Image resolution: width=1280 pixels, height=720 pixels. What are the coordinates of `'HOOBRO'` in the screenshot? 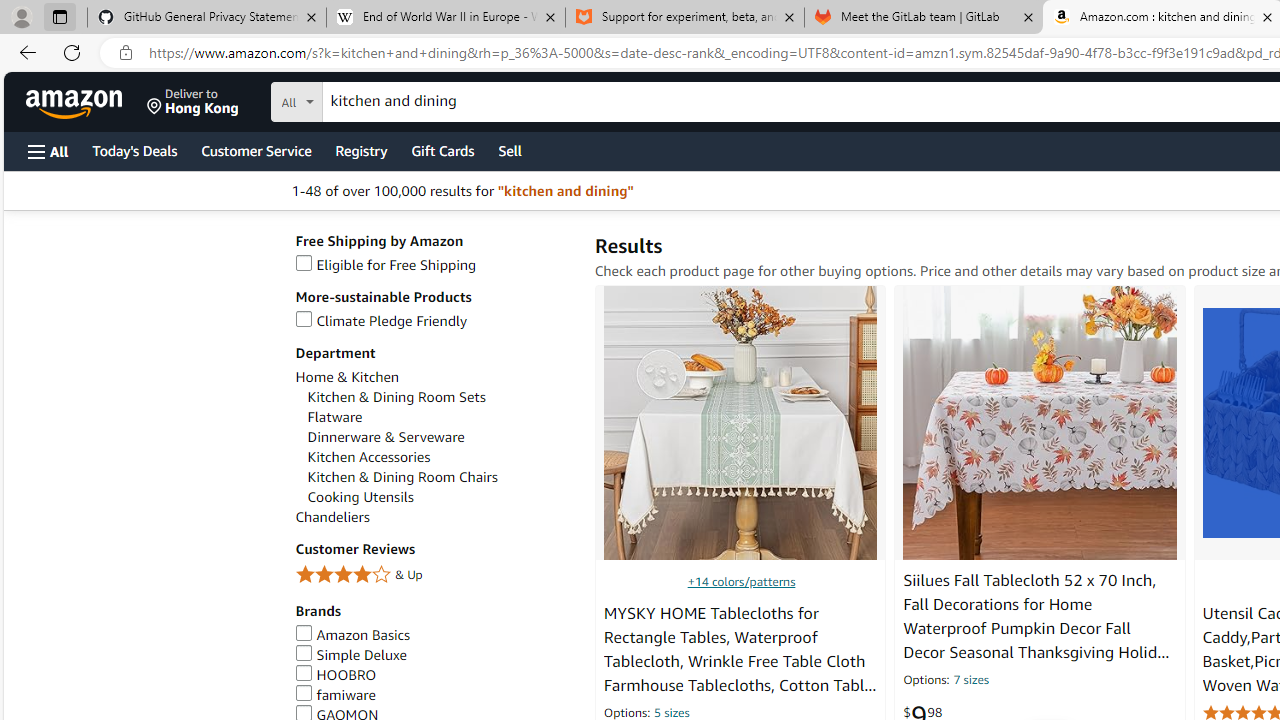 It's located at (336, 675).